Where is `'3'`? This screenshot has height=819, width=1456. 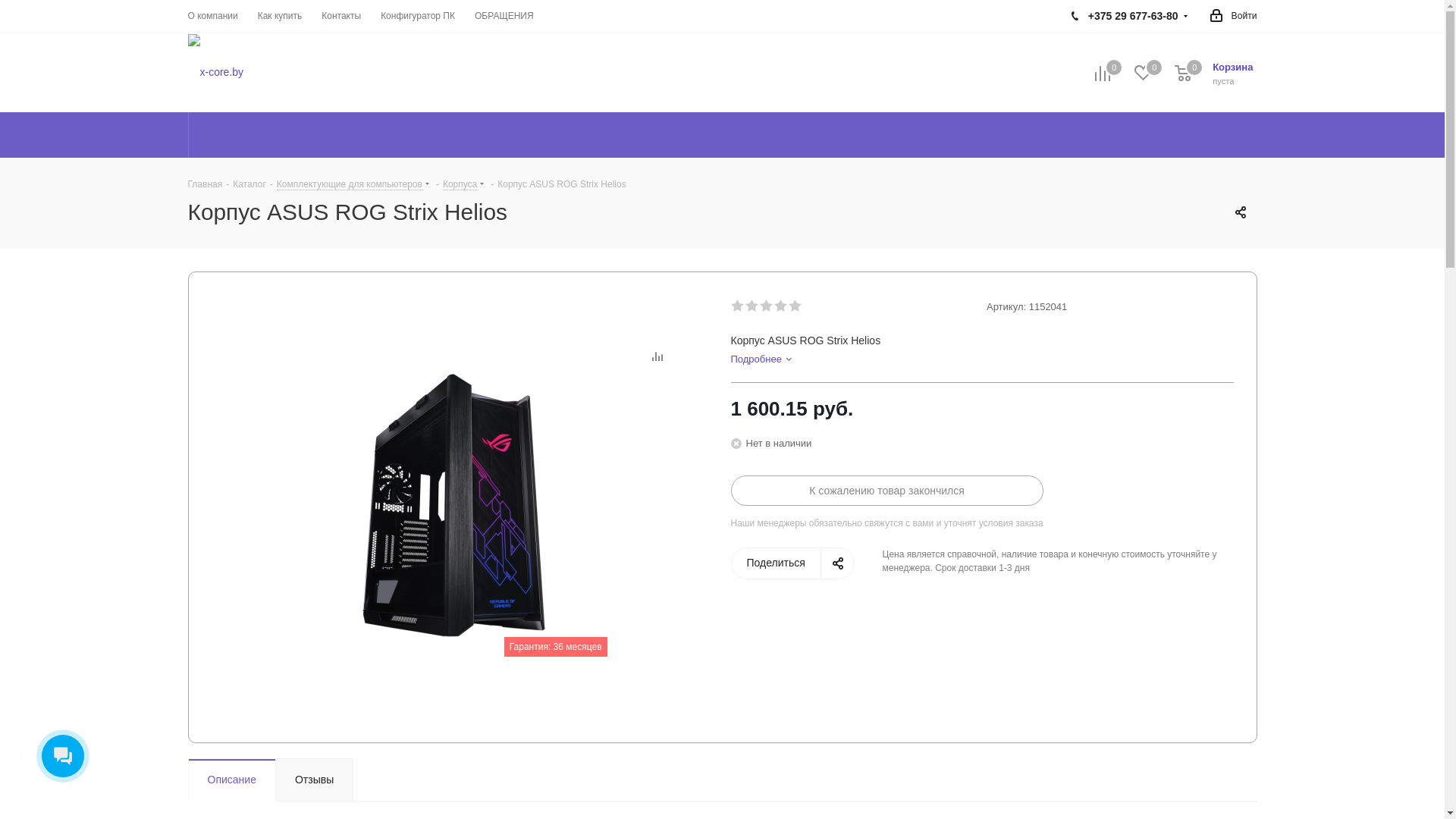
'3' is located at coordinates (767, 306).